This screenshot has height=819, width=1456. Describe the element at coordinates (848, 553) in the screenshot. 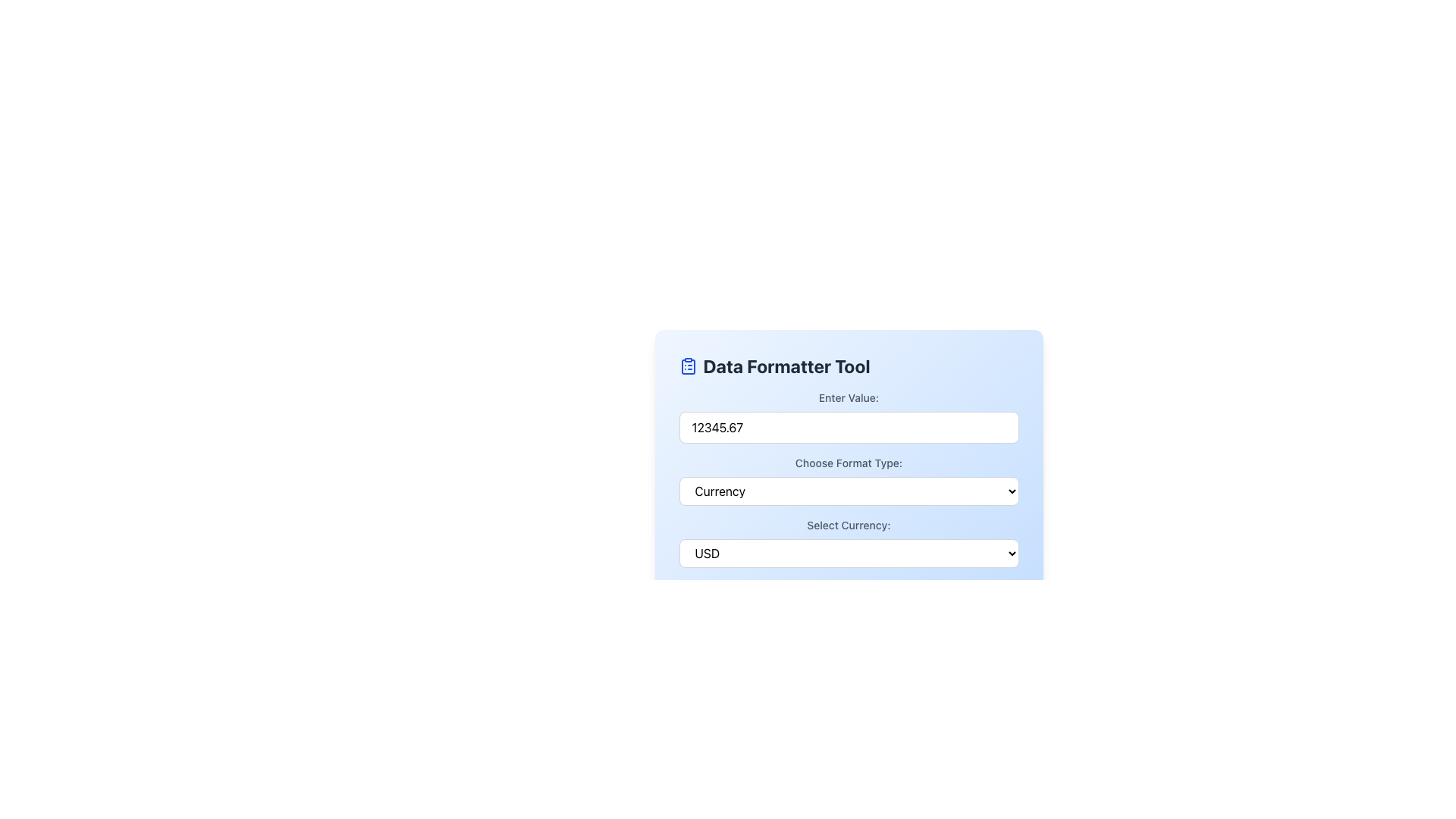

I see `the Dropdown menu labeled 'Select Currency:' and expand it using the keyboard` at that location.